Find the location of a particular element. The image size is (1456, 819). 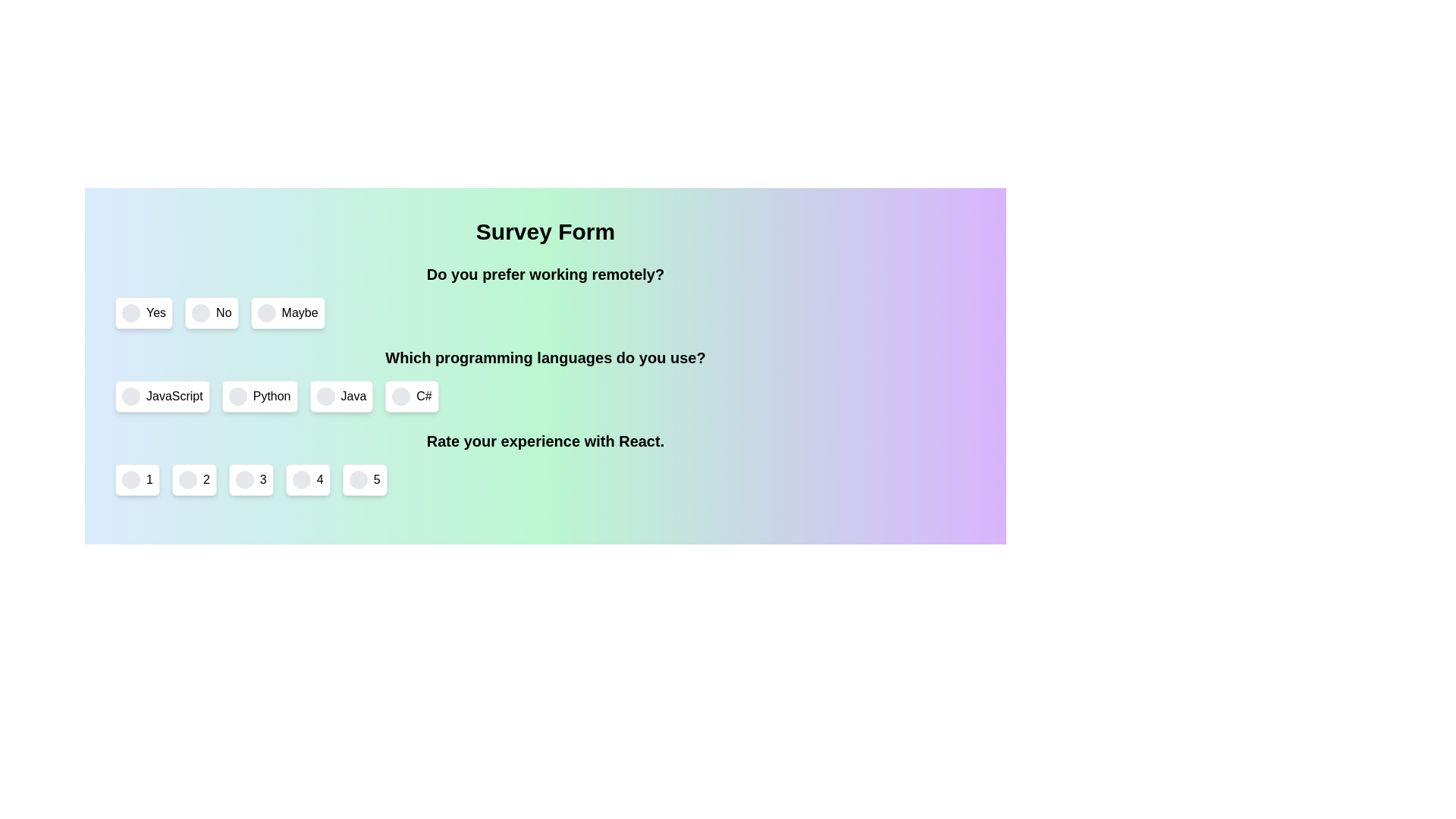

the circular radio button styled as an indicator for the rating '5' in the survey form is located at coordinates (357, 479).